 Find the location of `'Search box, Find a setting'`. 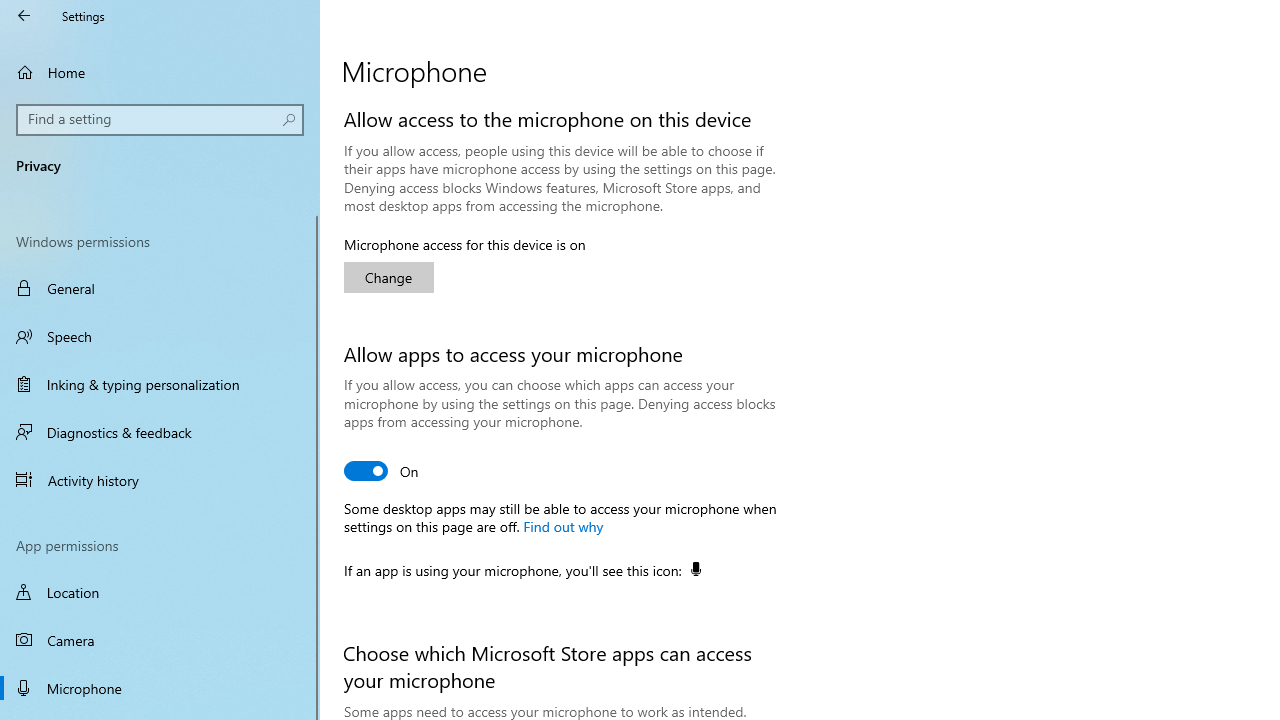

'Search box, Find a setting' is located at coordinates (160, 119).